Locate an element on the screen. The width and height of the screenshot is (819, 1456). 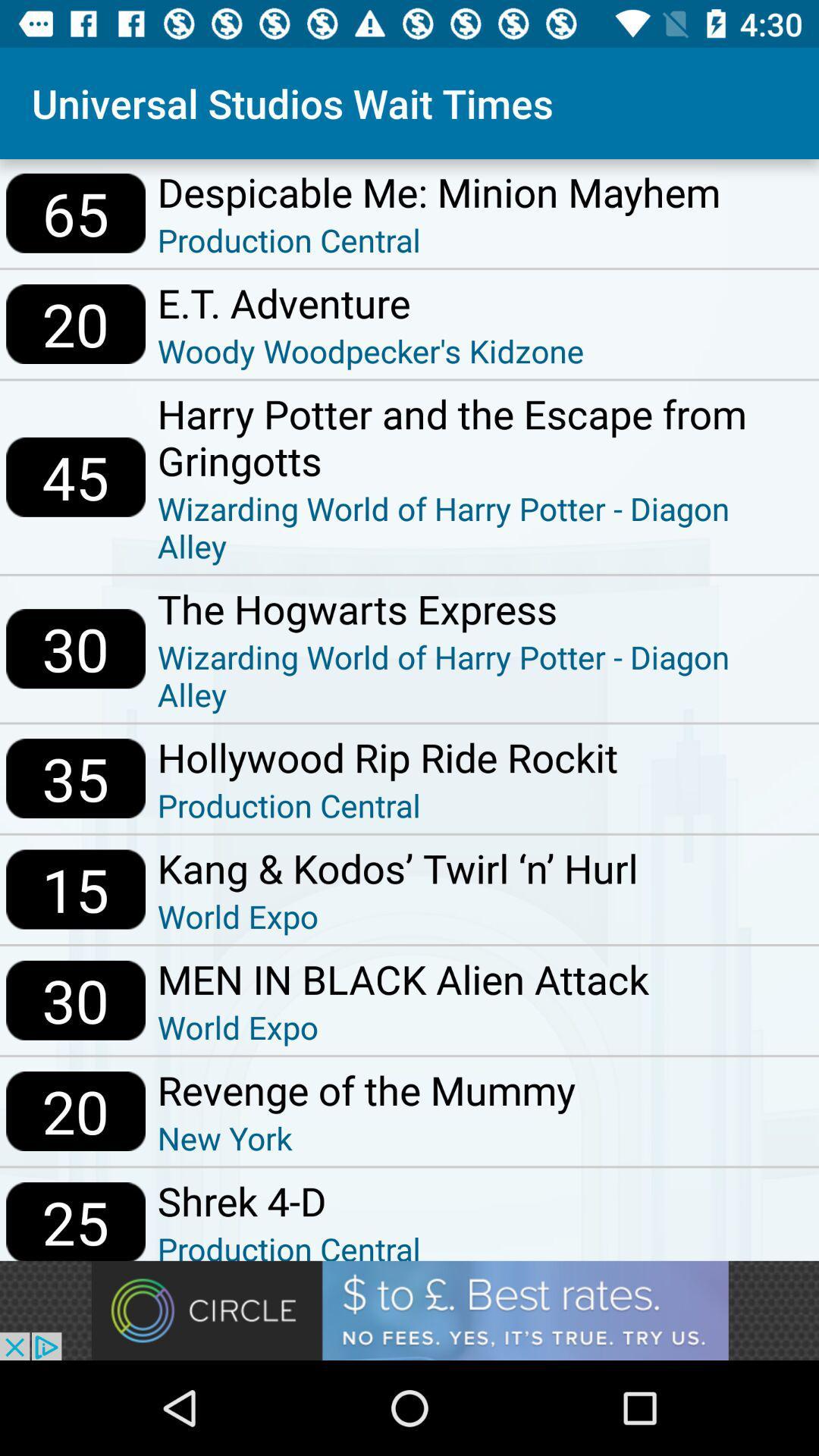
icon to the left of the hollywood rip ride is located at coordinates (76, 778).